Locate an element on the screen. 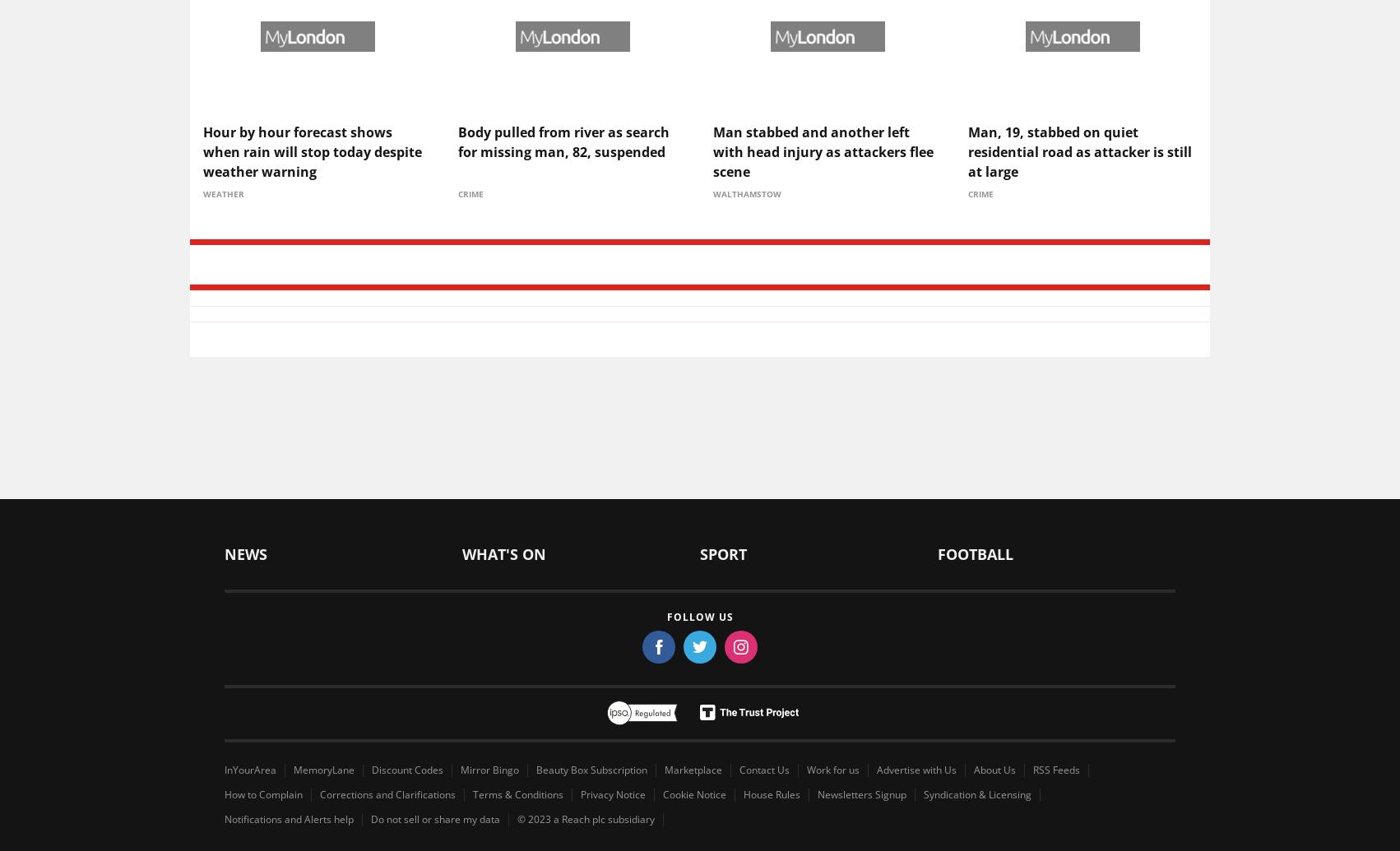  '© 2023 a Reach plc subsidiary' is located at coordinates (585, 817).